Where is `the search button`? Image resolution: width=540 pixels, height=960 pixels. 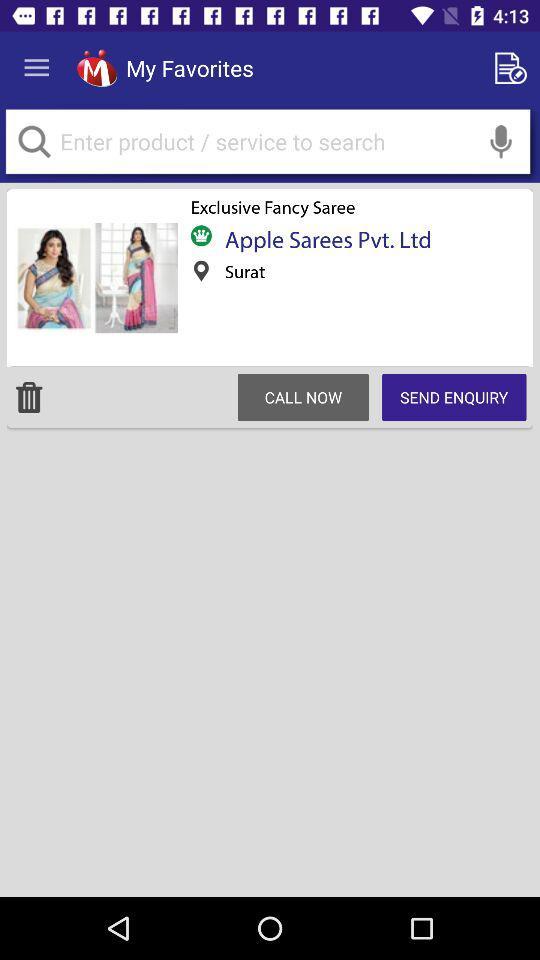 the search button is located at coordinates (33, 140).